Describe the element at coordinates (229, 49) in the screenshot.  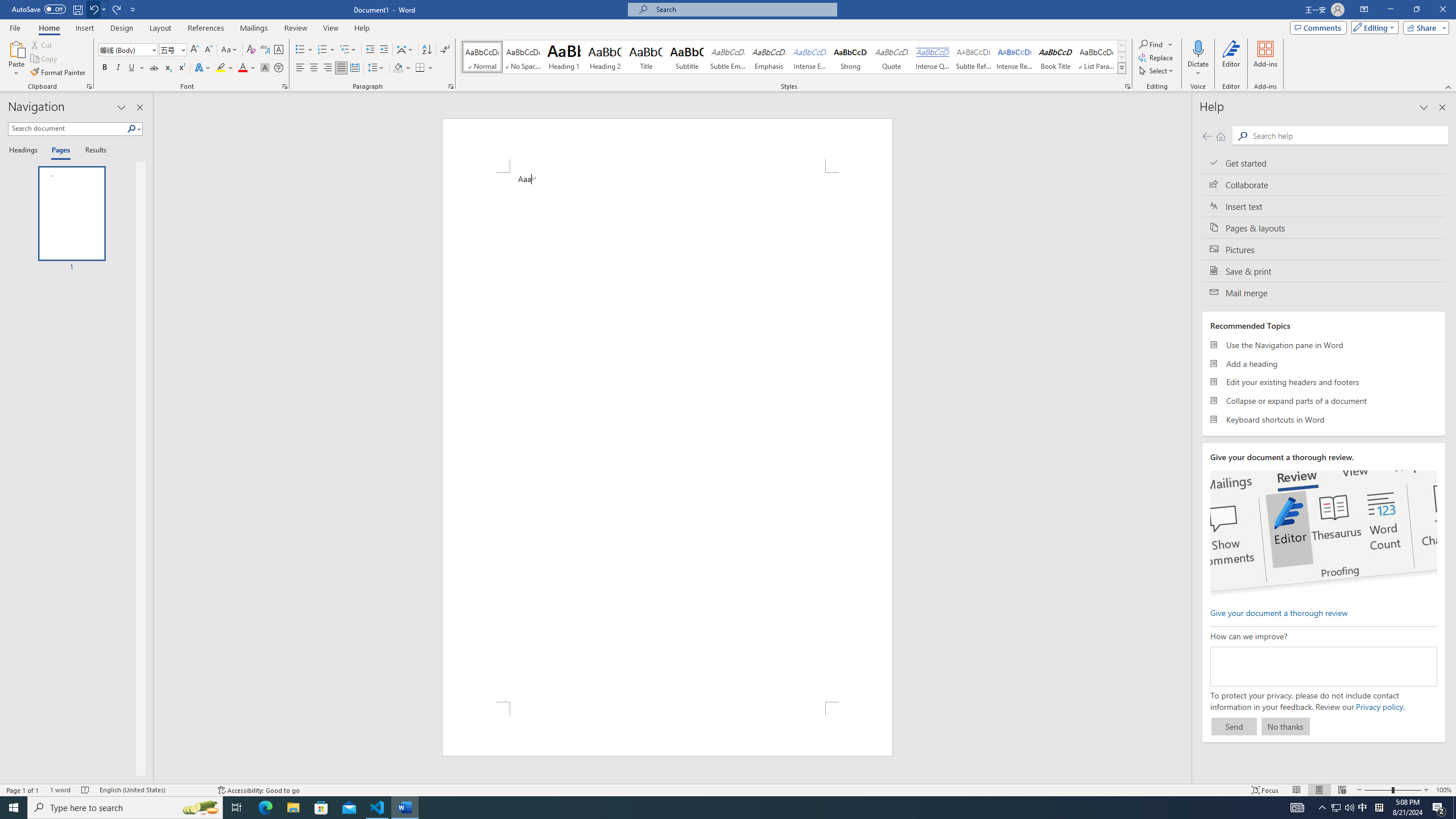
I see `'Change Case'` at that location.